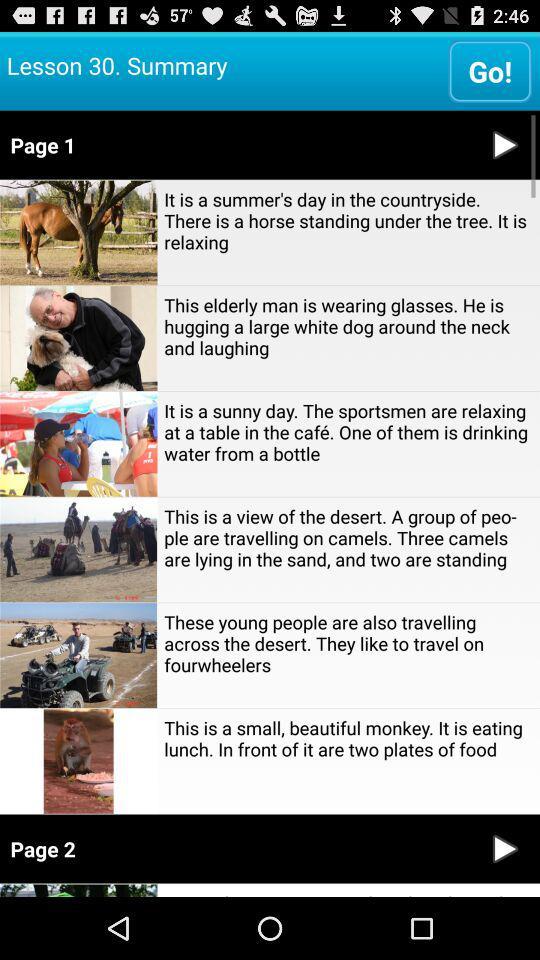 The height and width of the screenshot is (960, 540). What do you see at coordinates (234, 143) in the screenshot?
I see `page 1` at bounding box center [234, 143].